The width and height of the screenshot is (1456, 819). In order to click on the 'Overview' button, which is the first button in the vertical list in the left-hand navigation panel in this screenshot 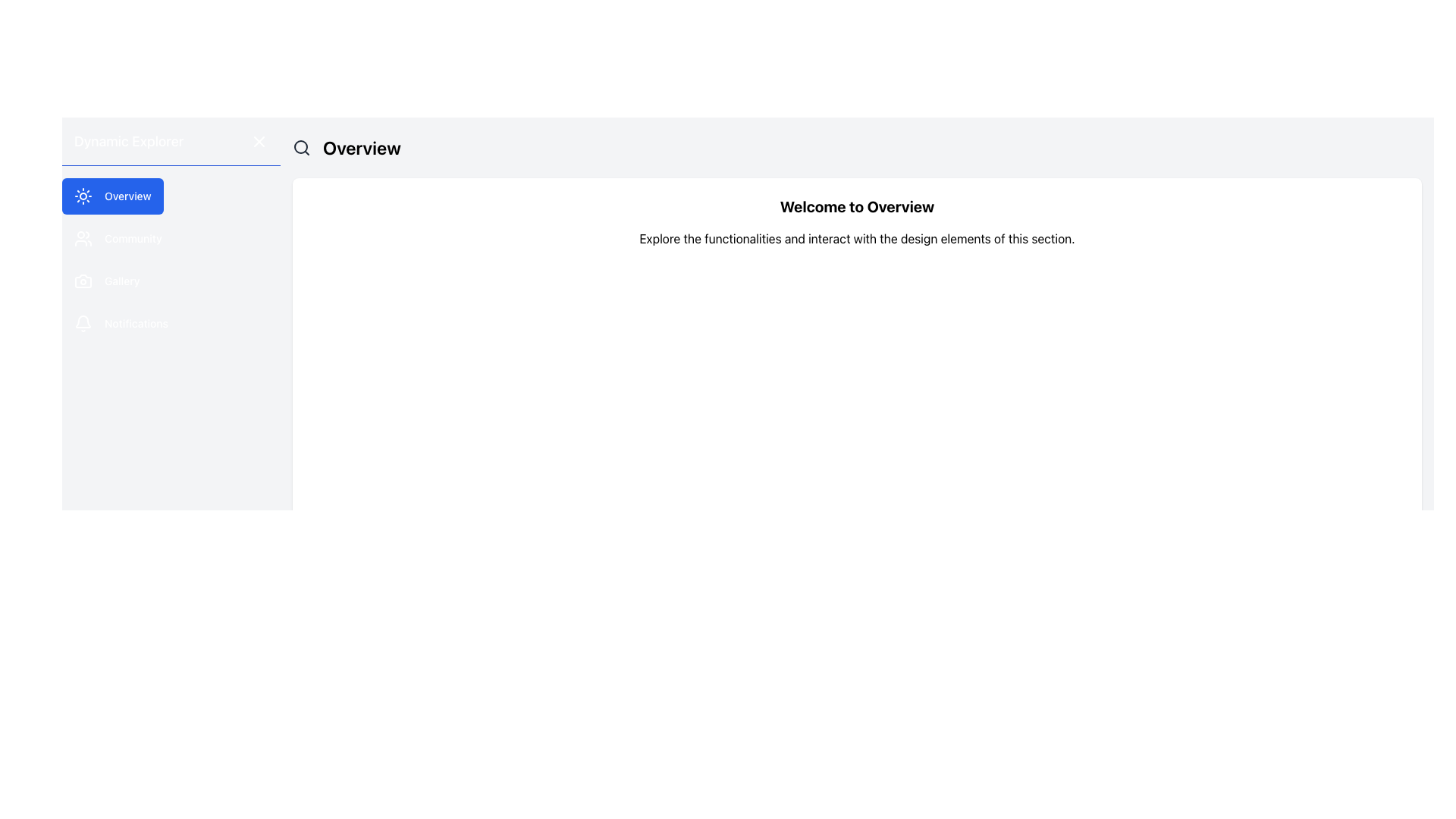, I will do `click(111, 195)`.